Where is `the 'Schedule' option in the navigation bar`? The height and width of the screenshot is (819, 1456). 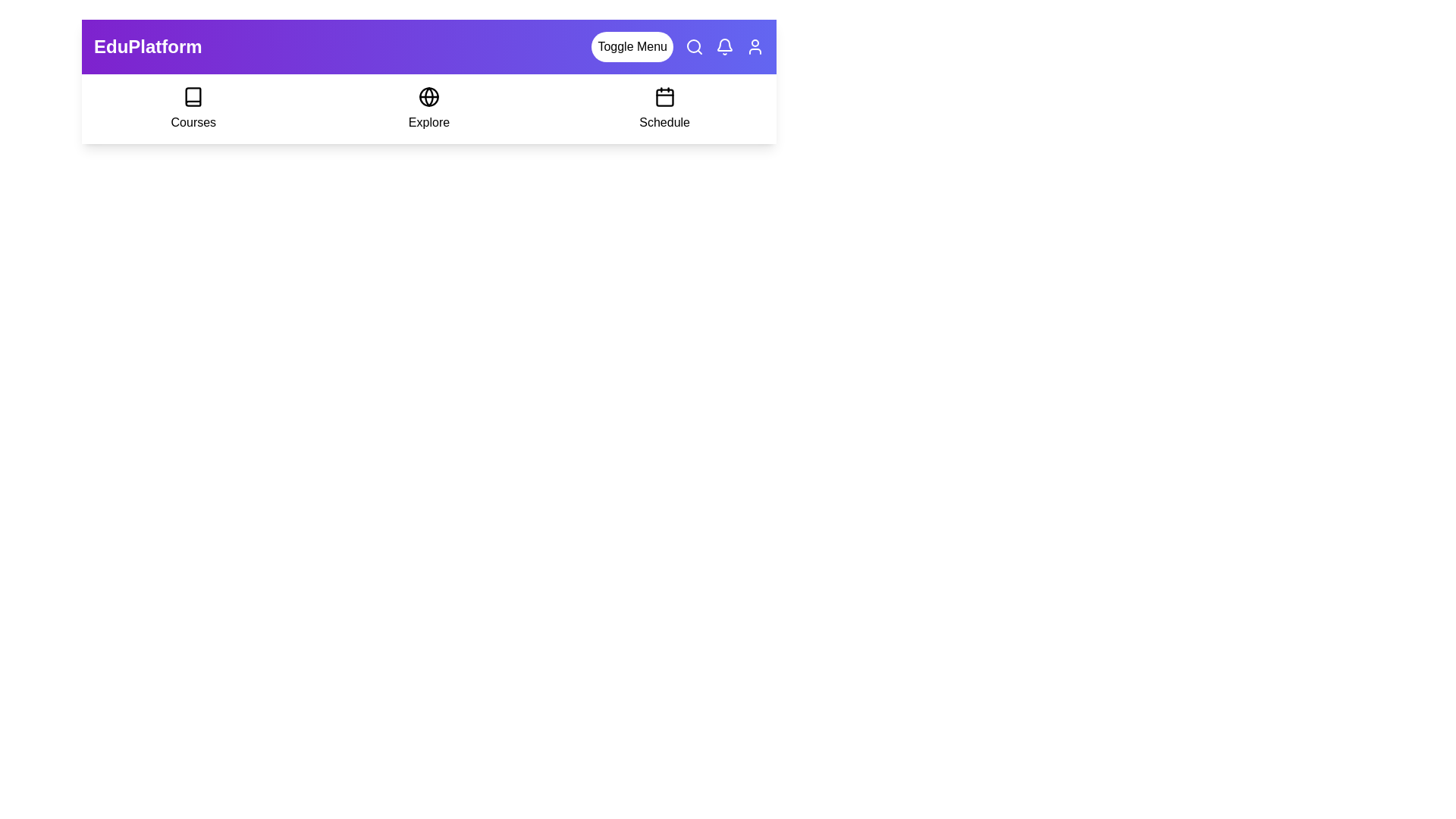
the 'Schedule' option in the navigation bar is located at coordinates (664, 108).